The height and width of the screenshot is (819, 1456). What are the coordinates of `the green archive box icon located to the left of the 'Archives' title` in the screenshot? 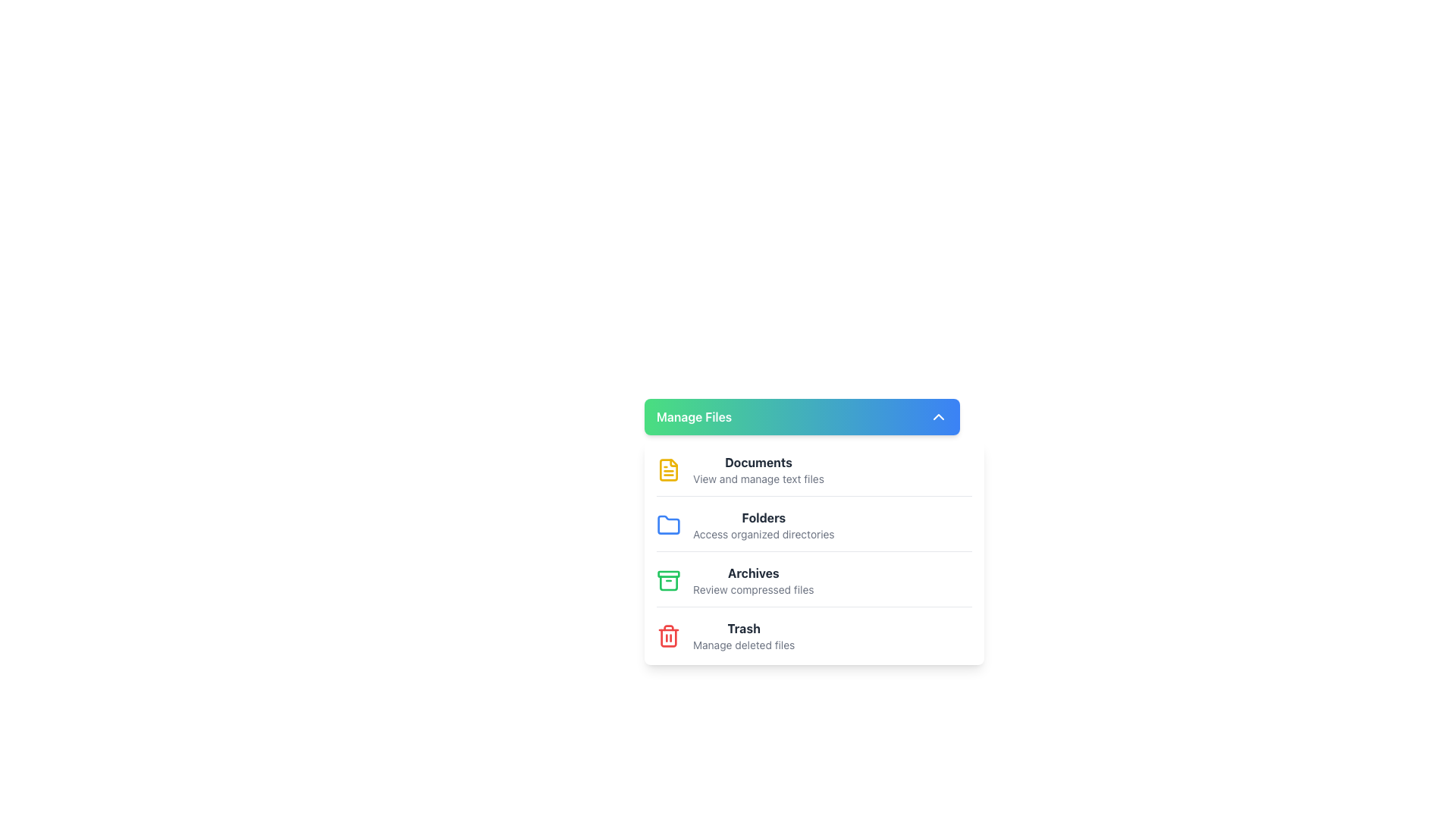 It's located at (668, 580).